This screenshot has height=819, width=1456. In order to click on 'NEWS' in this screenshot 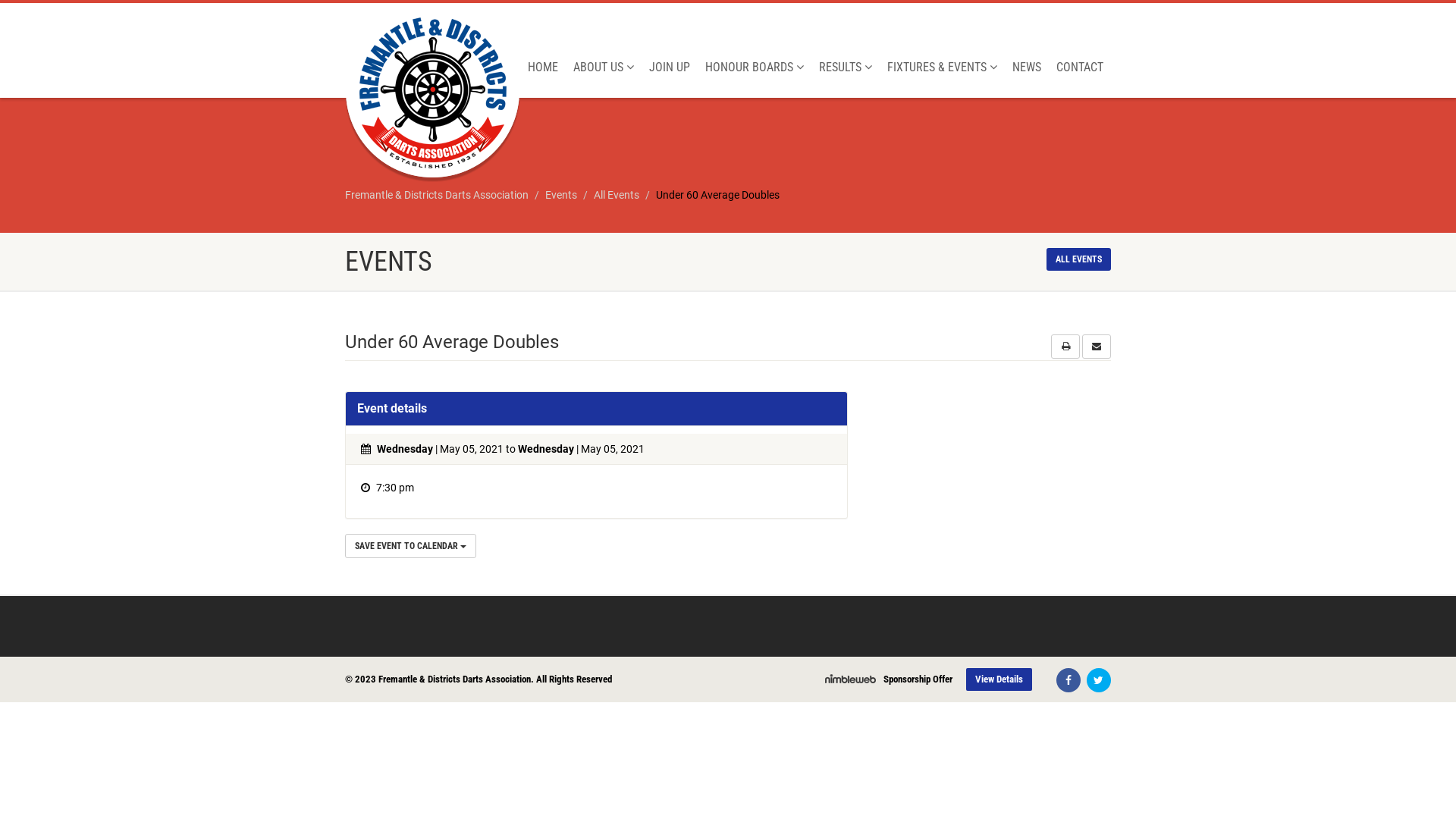, I will do `click(1026, 66)`.